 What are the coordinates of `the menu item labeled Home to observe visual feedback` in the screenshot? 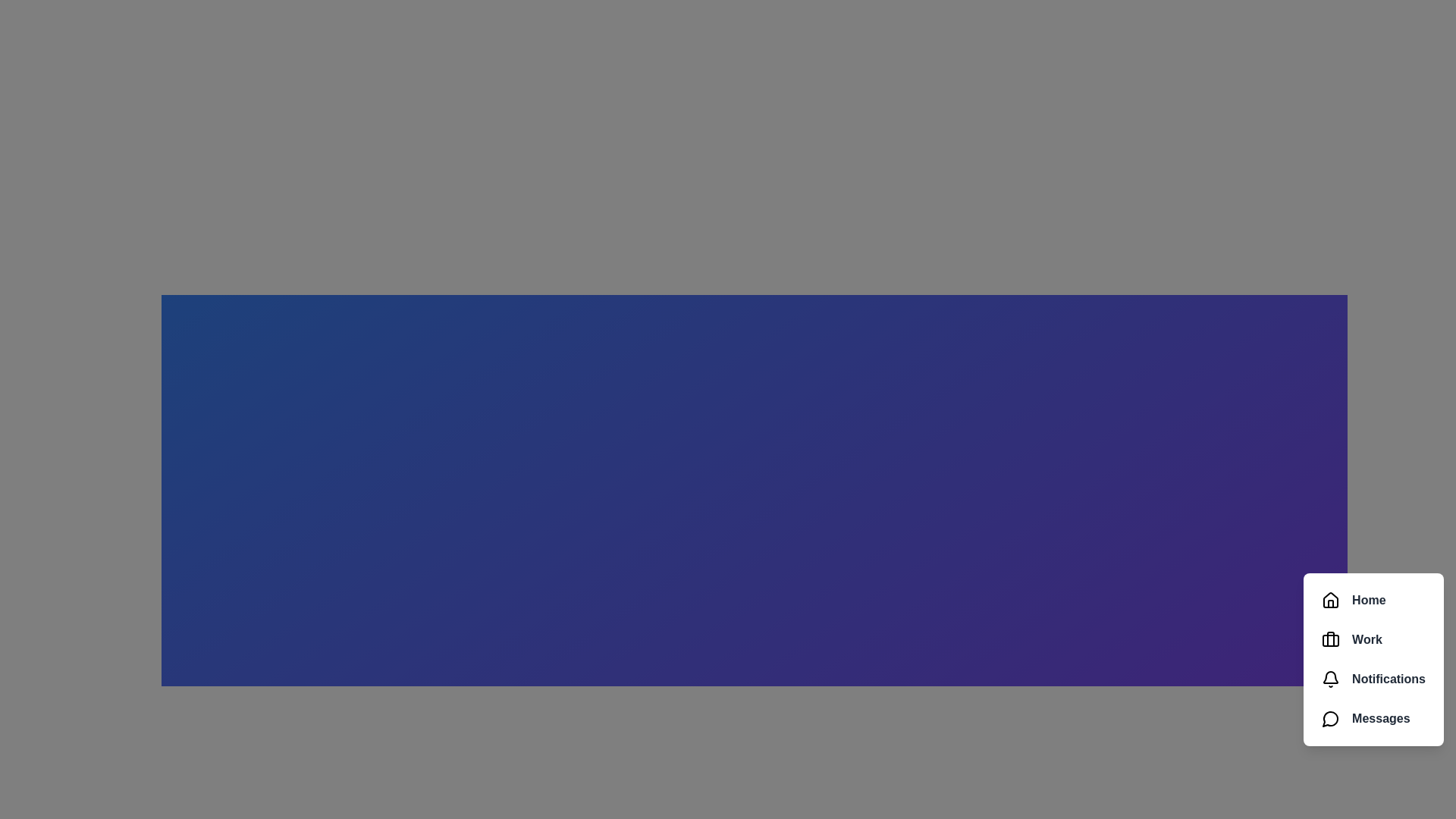 It's located at (1373, 599).